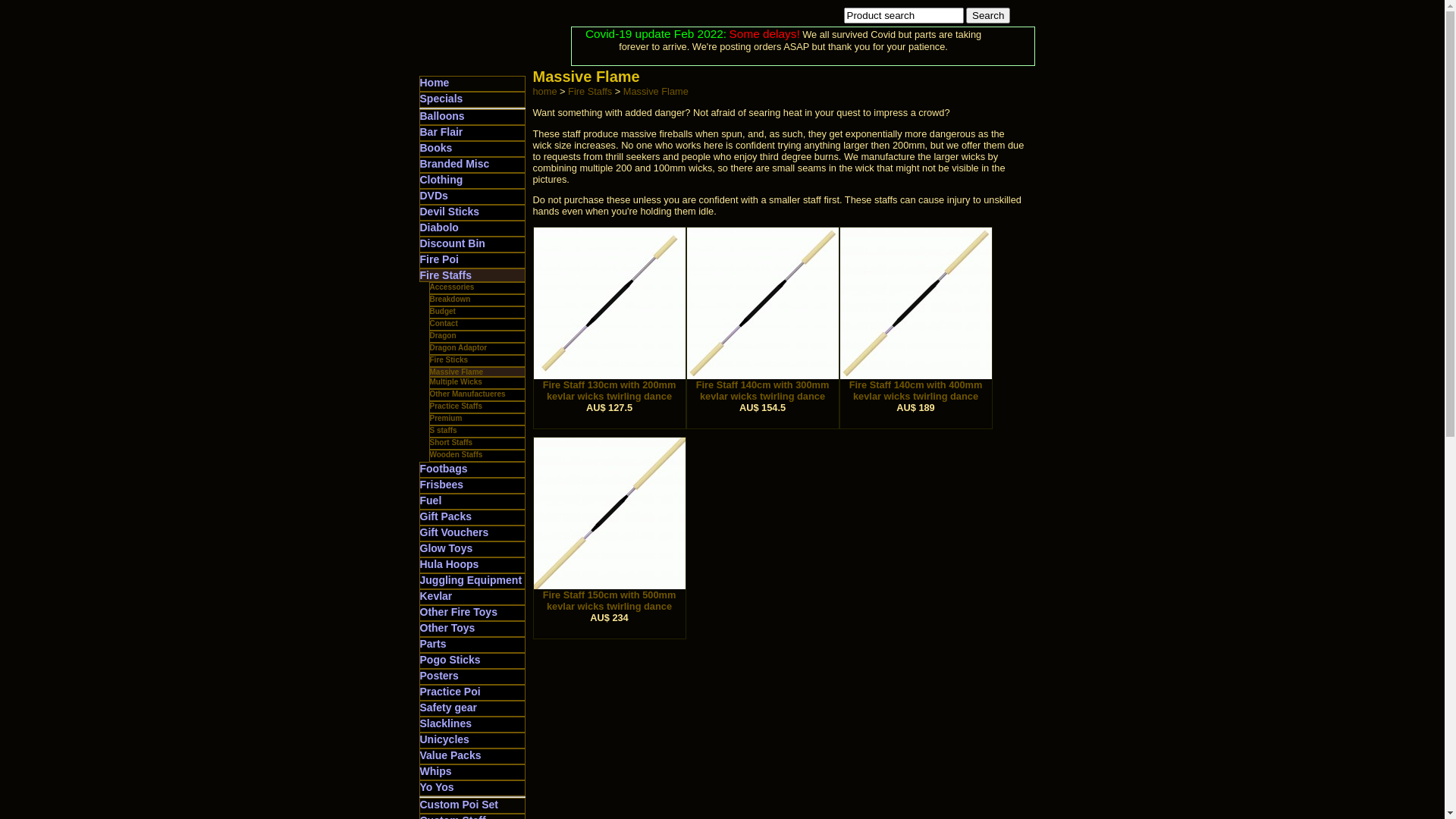 This screenshot has height=819, width=1456. Describe the element at coordinates (441, 485) in the screenshot. I see `'Frisbees'` at that location.